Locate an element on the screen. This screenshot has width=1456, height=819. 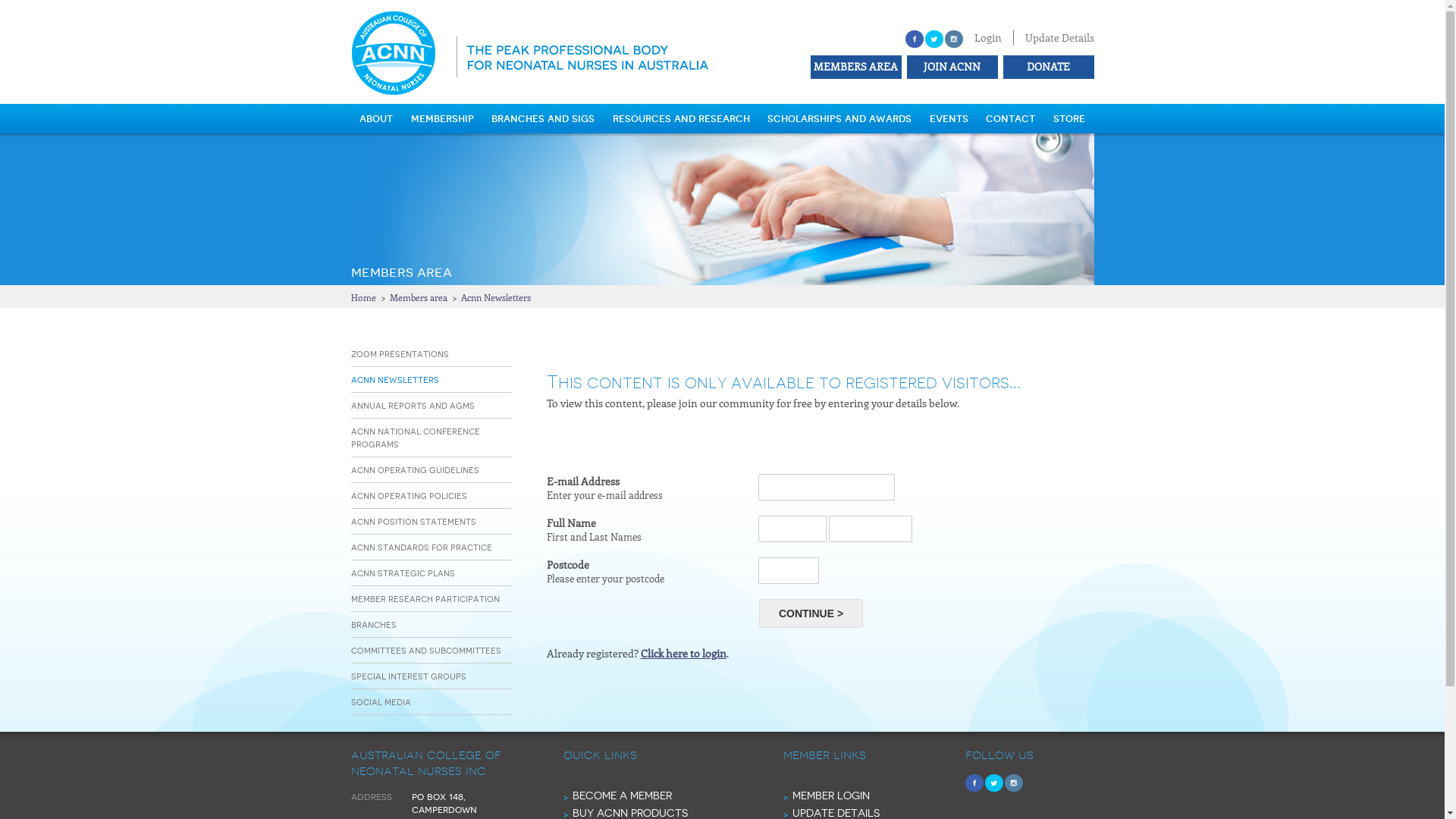
'acnn standards for practice' is located at coordinates (421, 547).